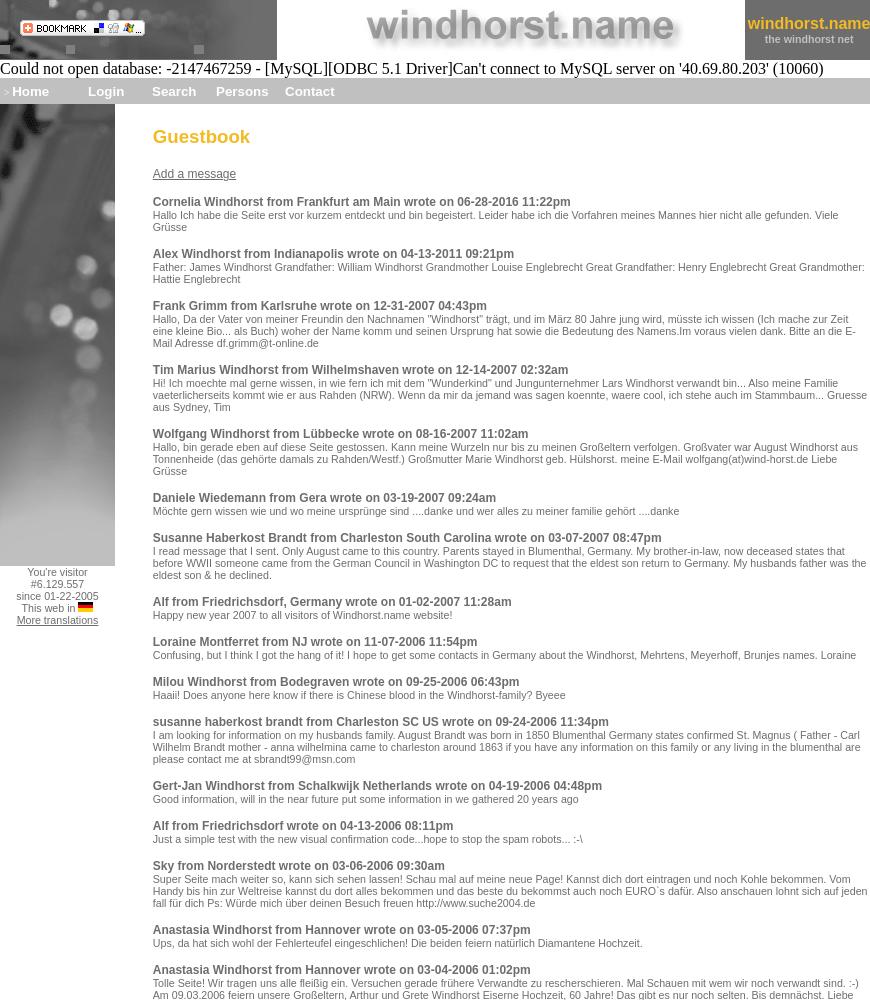 The image size is (870, 1000). Describe the element at coordinates (150, 930) in the screenshot. I see `'Anastasia Windhorst from Hannover wrote on 03-05-2006 07:37pm'` at that location.